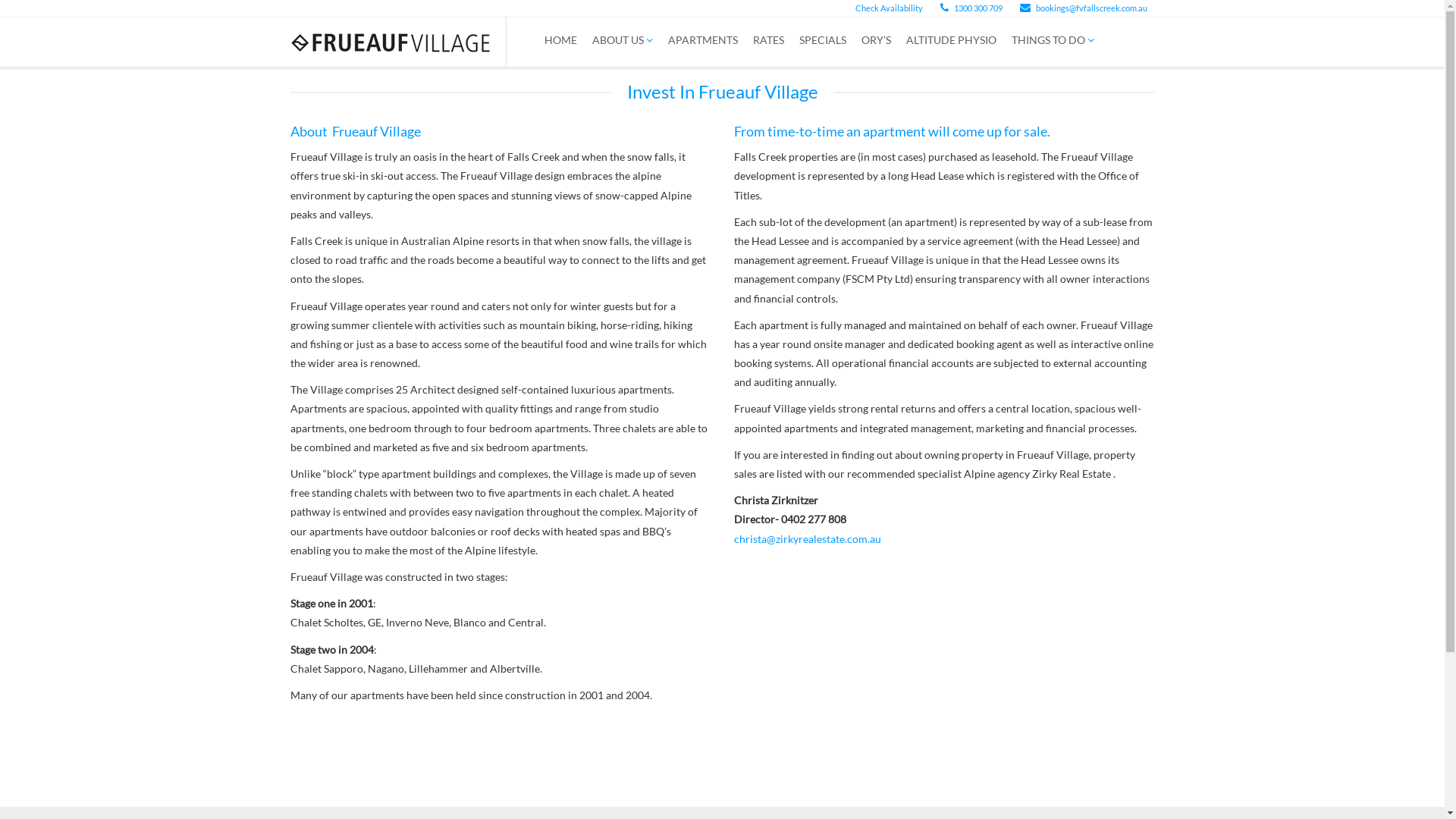  I want to click on '1300 300 709', so click(971, 8).